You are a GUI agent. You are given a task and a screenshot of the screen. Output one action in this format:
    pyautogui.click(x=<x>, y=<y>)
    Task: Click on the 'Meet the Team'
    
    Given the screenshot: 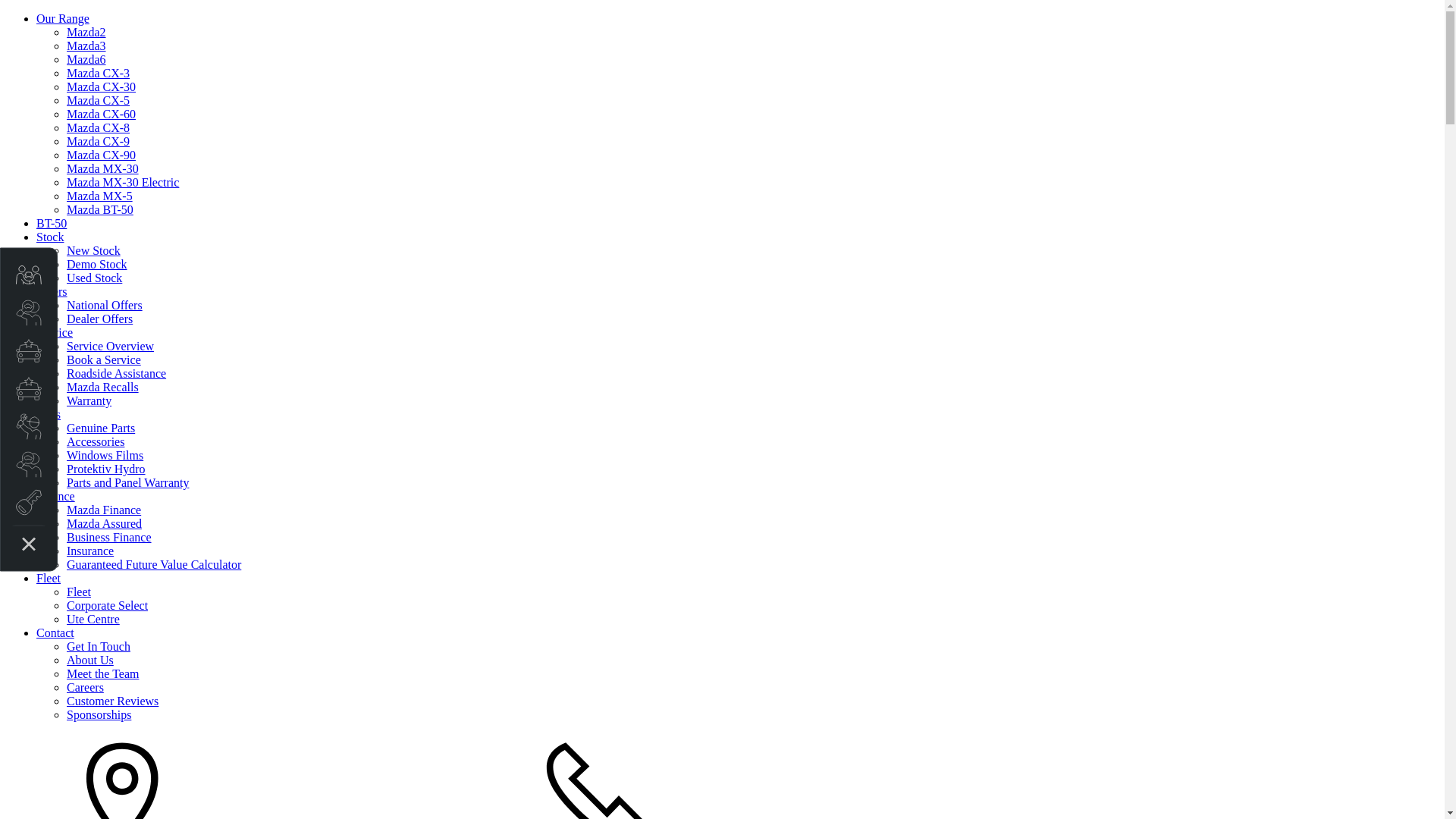 What is the action you would take?
    pyautogui.click(x=65, y=673)
    